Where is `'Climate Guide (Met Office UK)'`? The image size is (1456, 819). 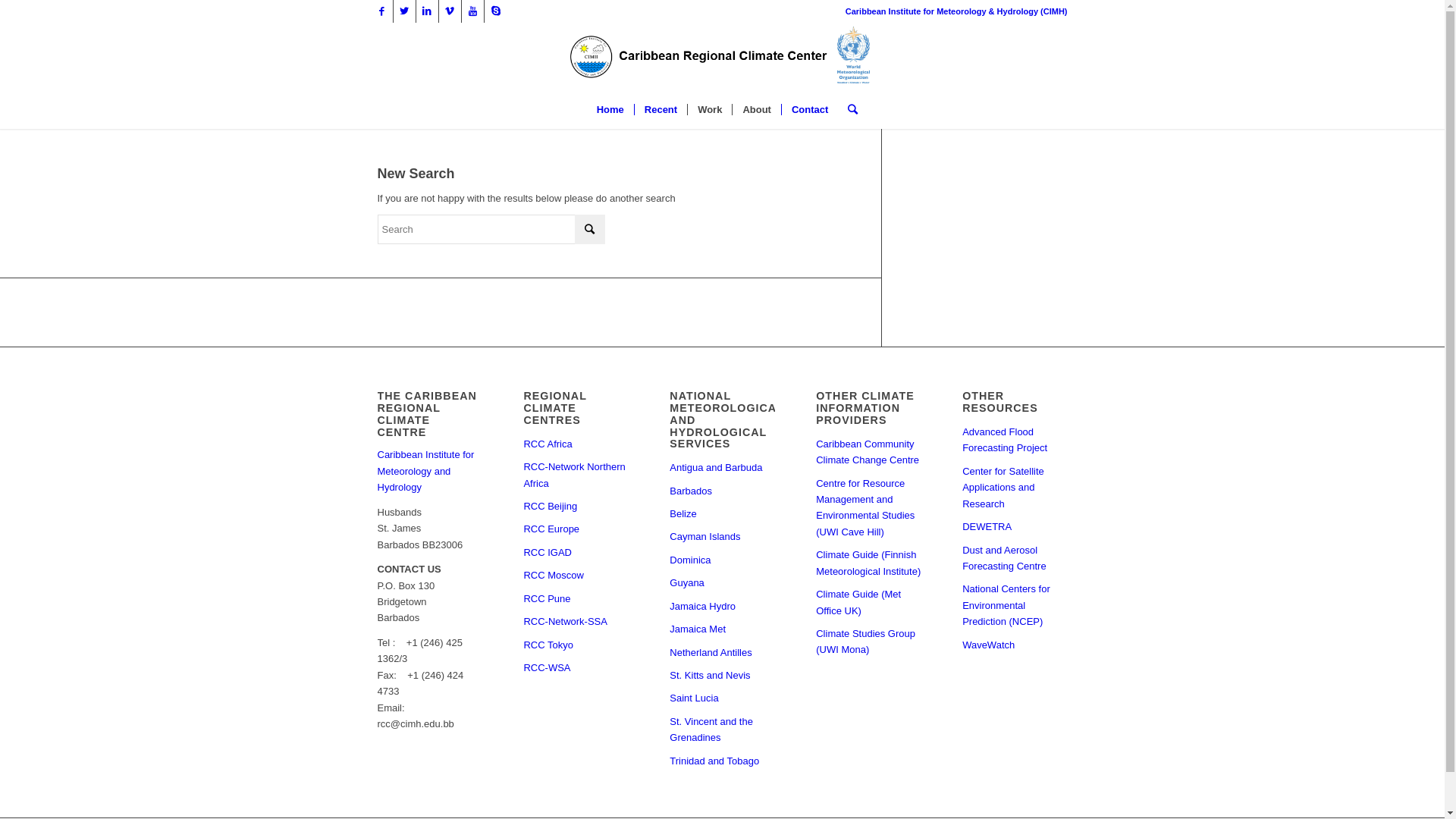 'Climate Guide (Met Office UK)' is located at coordinates (868, 601).